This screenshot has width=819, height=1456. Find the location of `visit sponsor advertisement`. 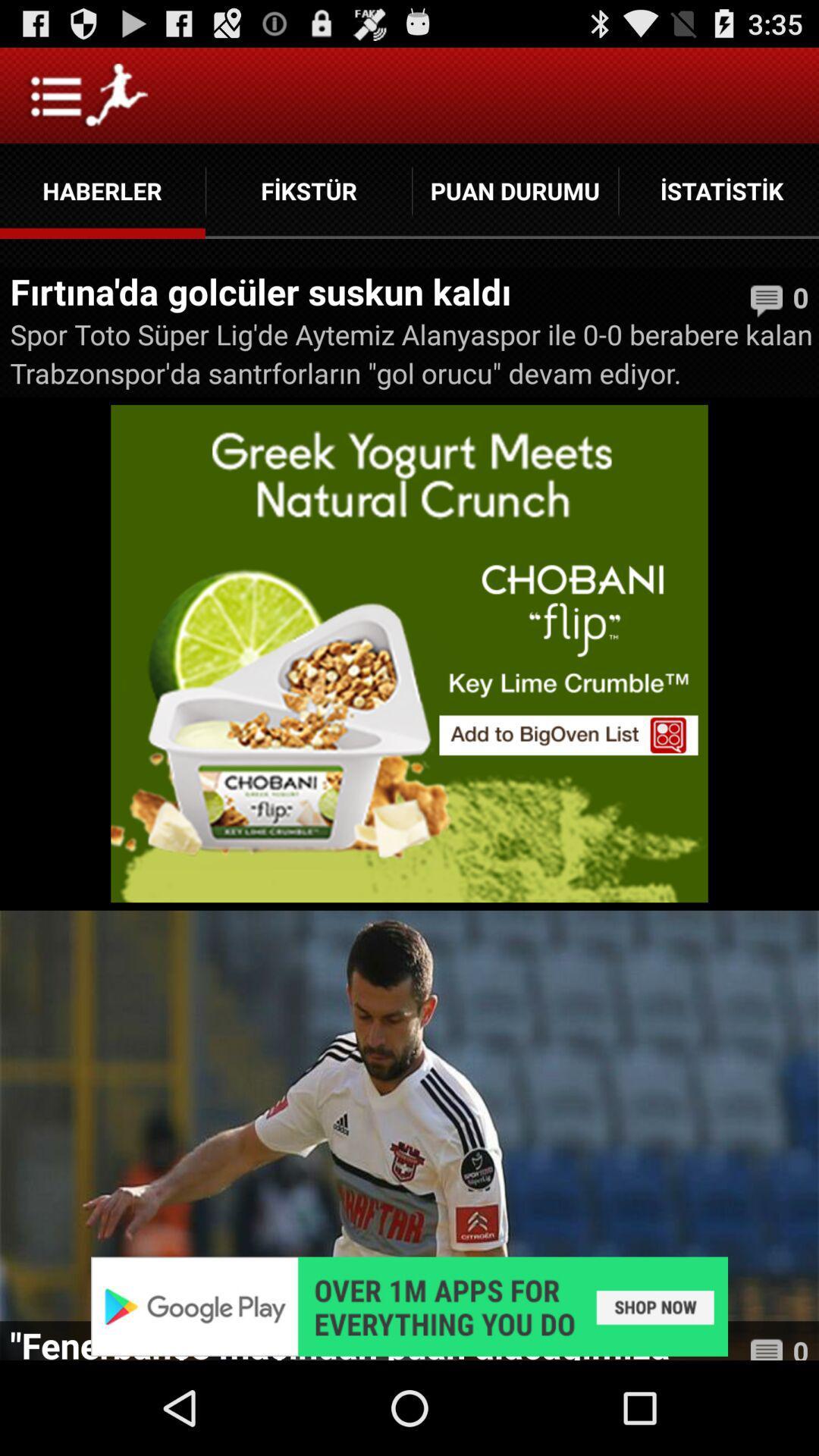

visit sponsor advertisement is located at coordinates (409, 1306).